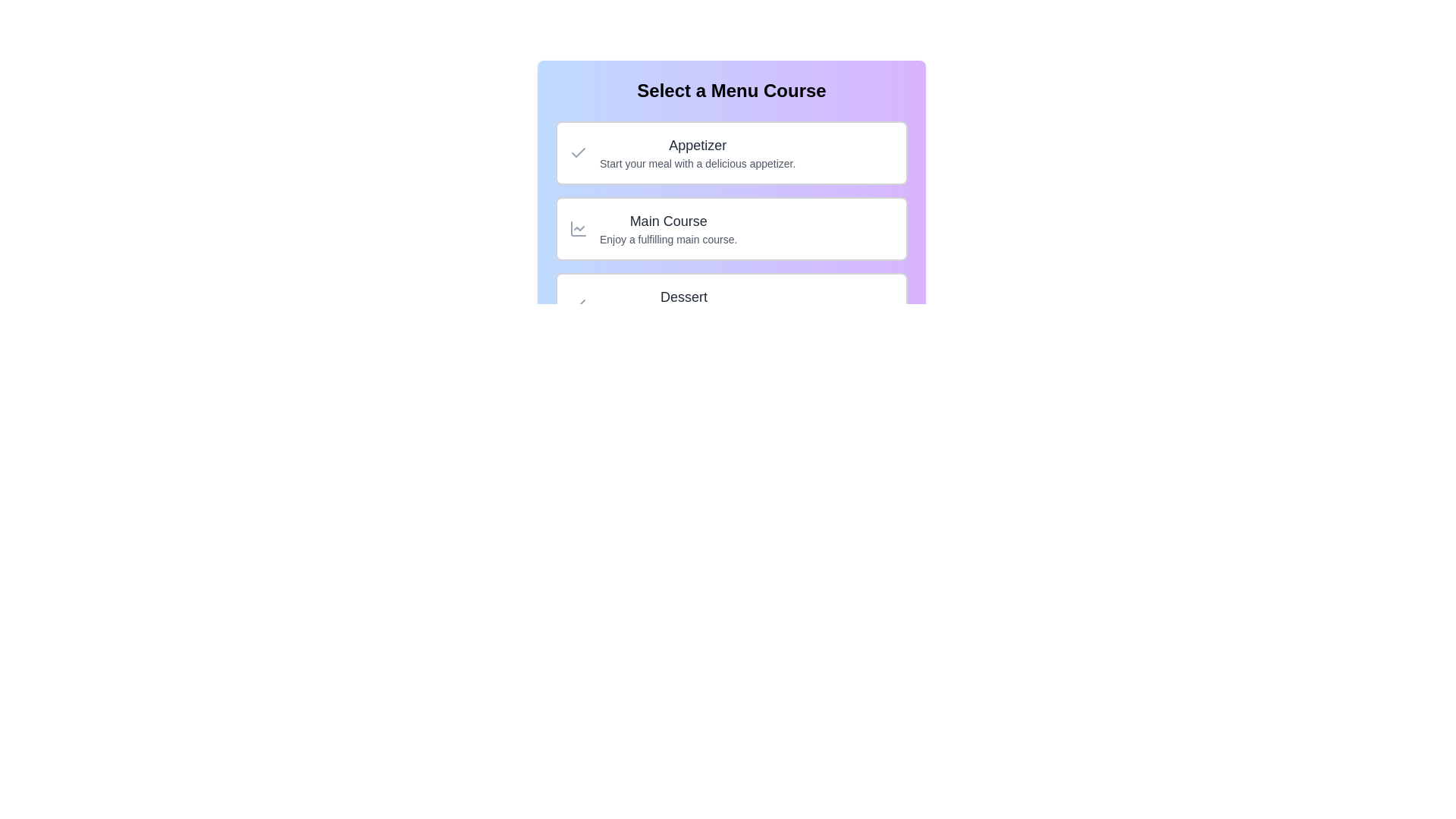  Describe the element at coordinates (682, 304) in the screenshot. I see `text information displayed for the menu course named 'Dessert', which is the third item in a vertical list of menu options` at that location.